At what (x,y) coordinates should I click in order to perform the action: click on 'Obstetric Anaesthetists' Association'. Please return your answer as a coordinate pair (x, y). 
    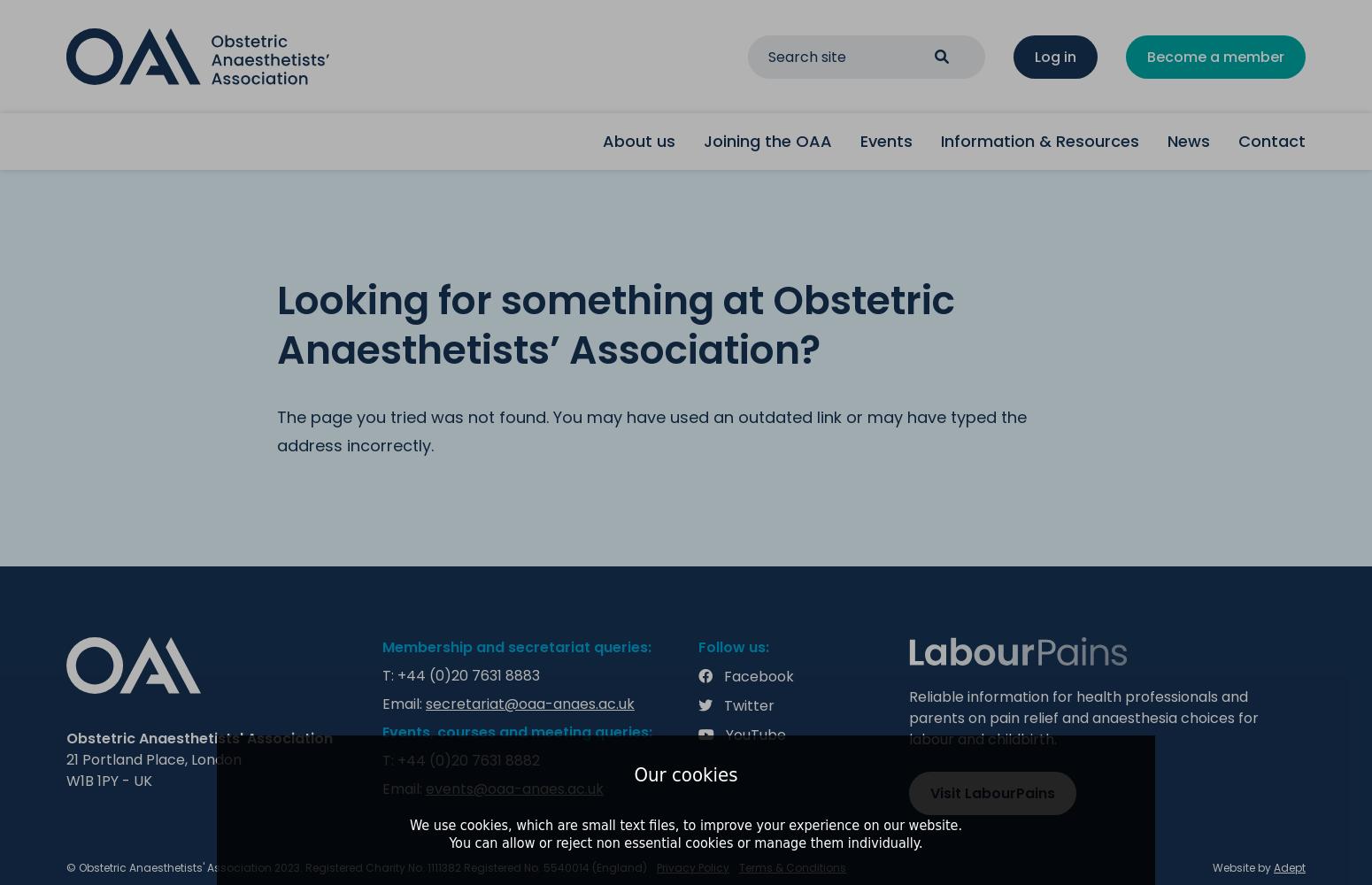
    Looking at the image, I should click on (198, 737).